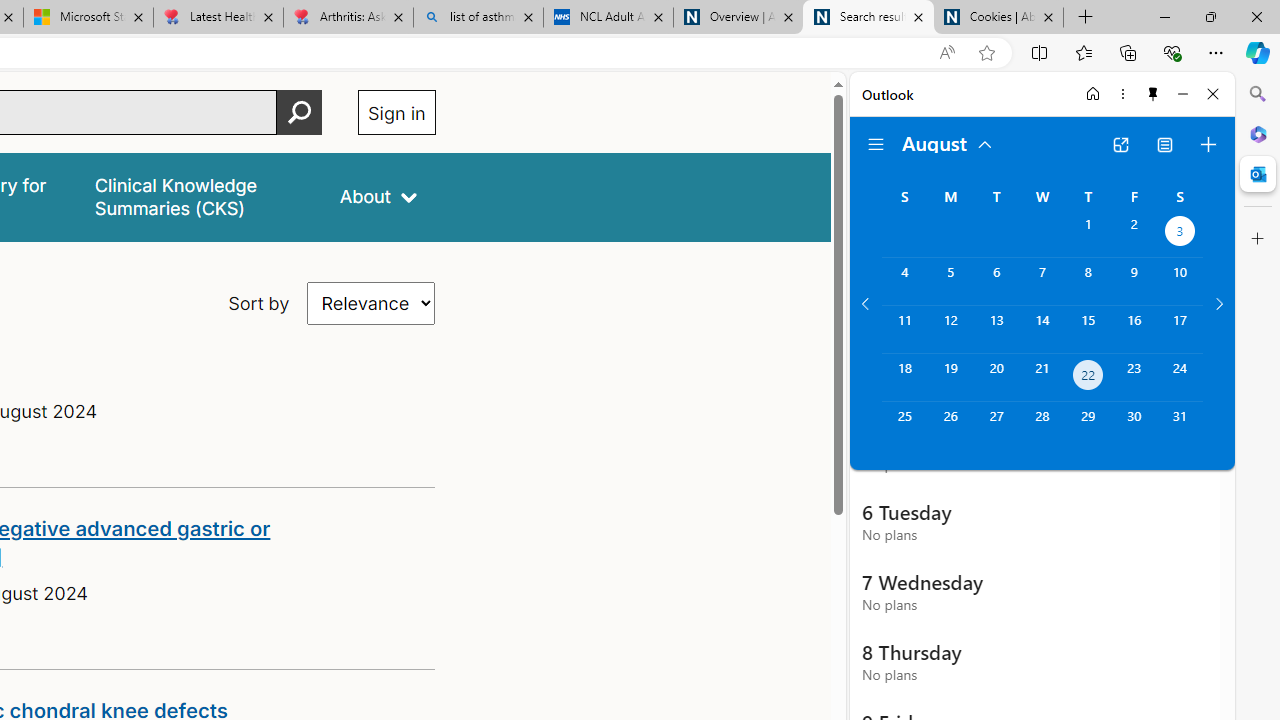  Describe the element at coordinates (371, 303) in the screenshot. I see `'Sort by'` at that location.